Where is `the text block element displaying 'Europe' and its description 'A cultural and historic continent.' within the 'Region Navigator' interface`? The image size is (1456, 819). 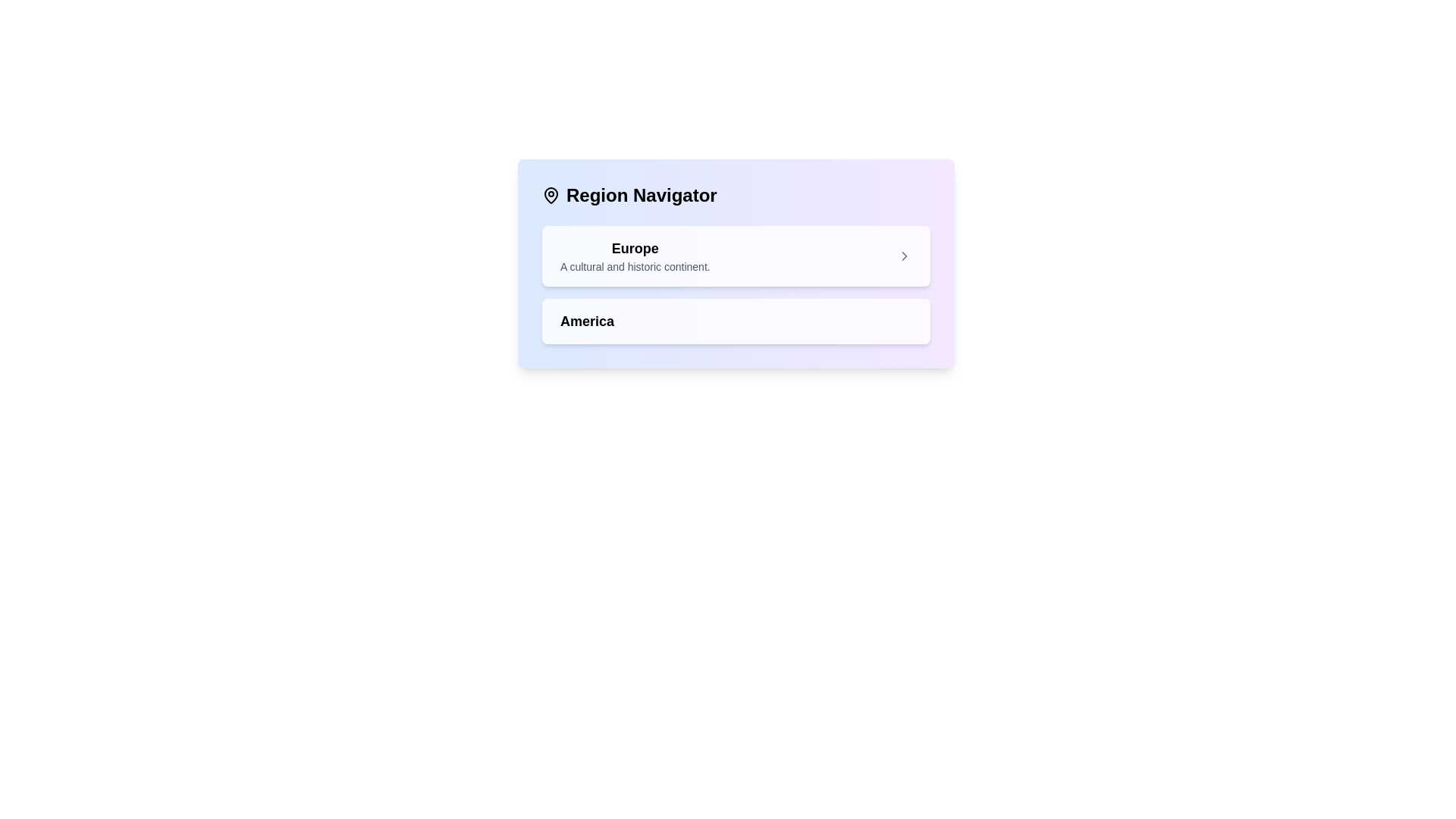 the text block element displaying 'Europe' and its description 'A cultural and historic continent.' within the 'Region Navigator' interface is located at coordinates (635, 256).